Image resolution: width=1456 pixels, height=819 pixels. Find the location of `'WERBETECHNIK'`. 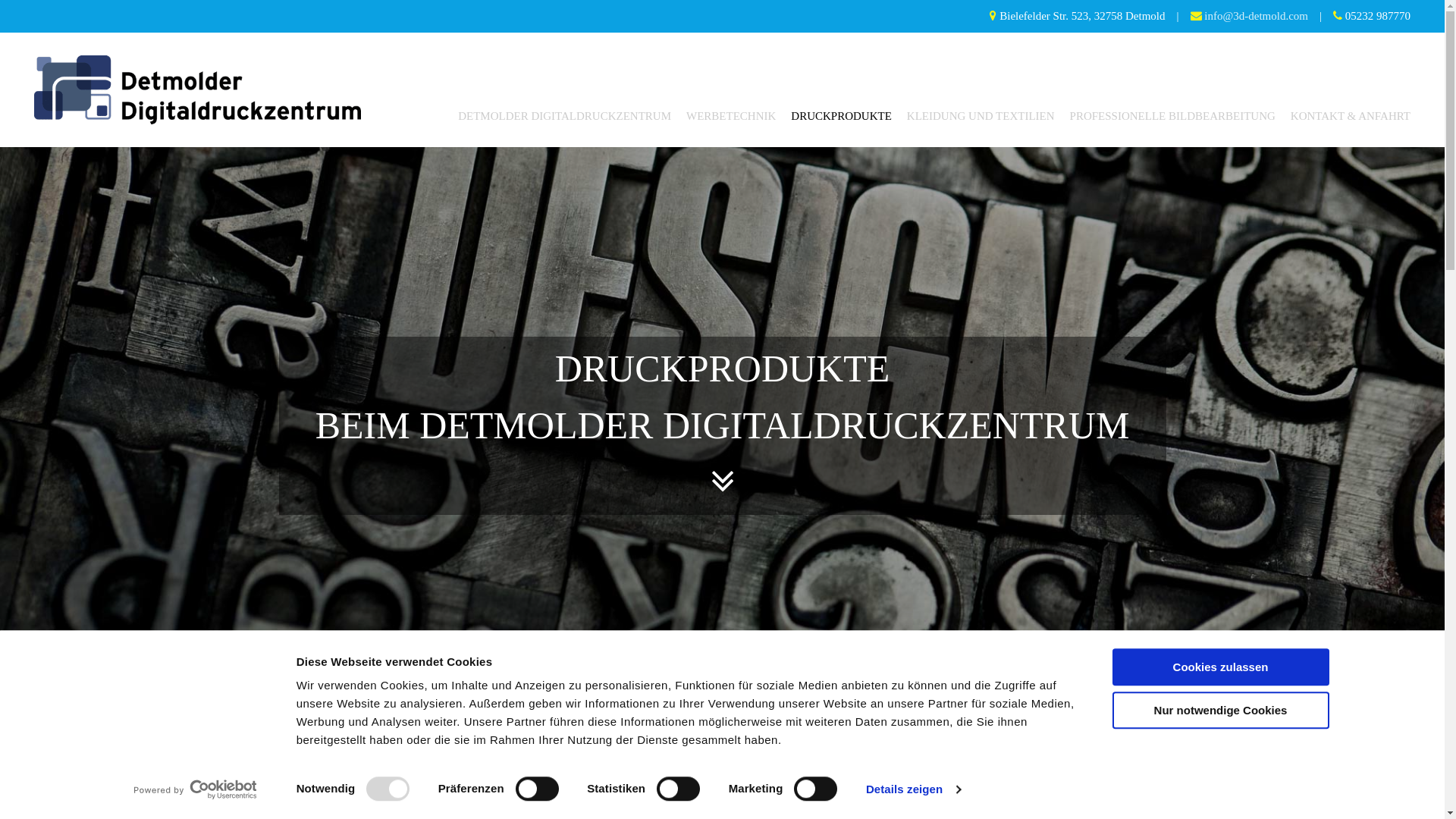

'WERBETECHNIK' is located at coordinates (723, 116).